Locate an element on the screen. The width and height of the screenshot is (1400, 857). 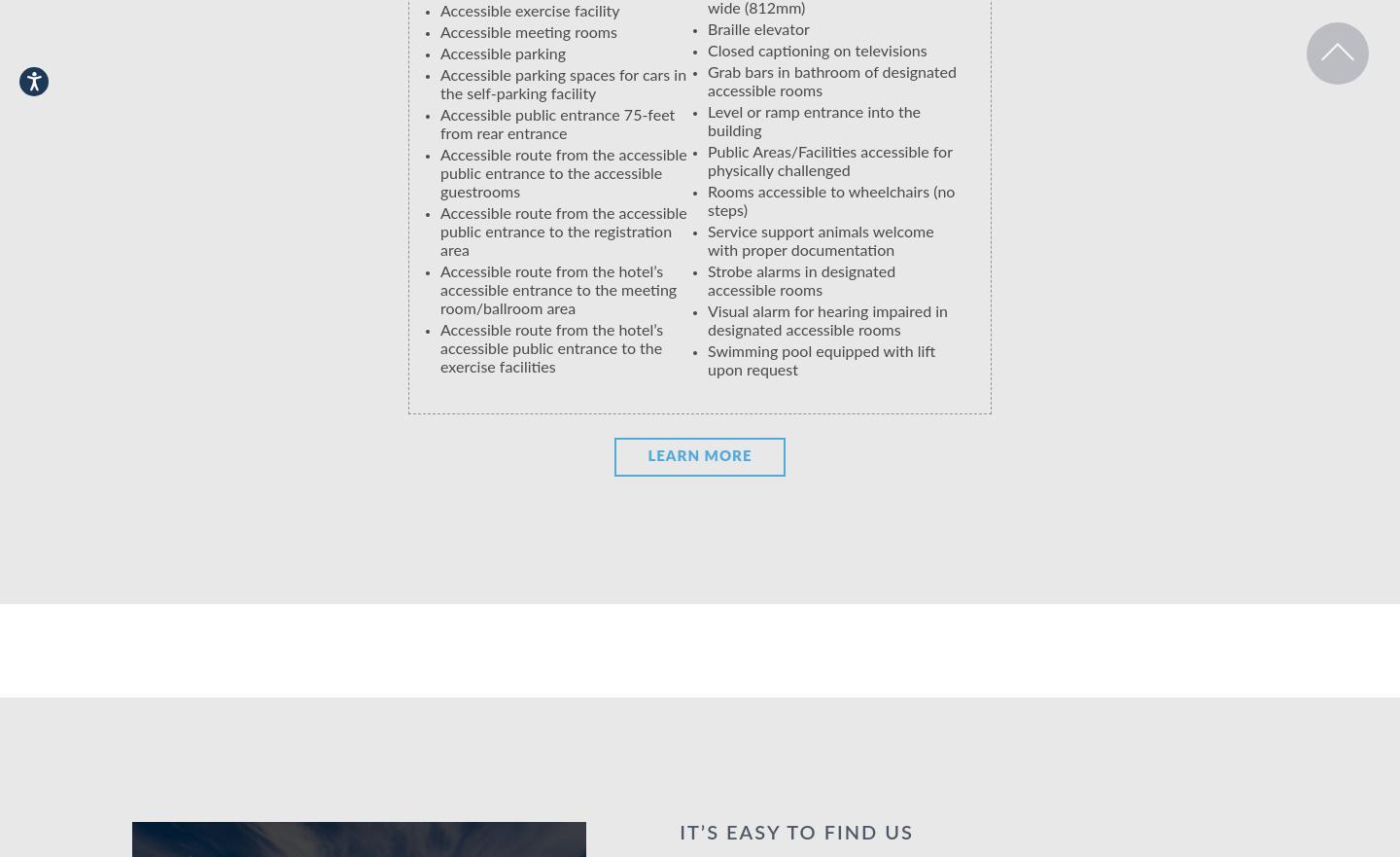
'Accessible parking spaces for cars in the self-parking facility' is located at coordinates (563, 84).